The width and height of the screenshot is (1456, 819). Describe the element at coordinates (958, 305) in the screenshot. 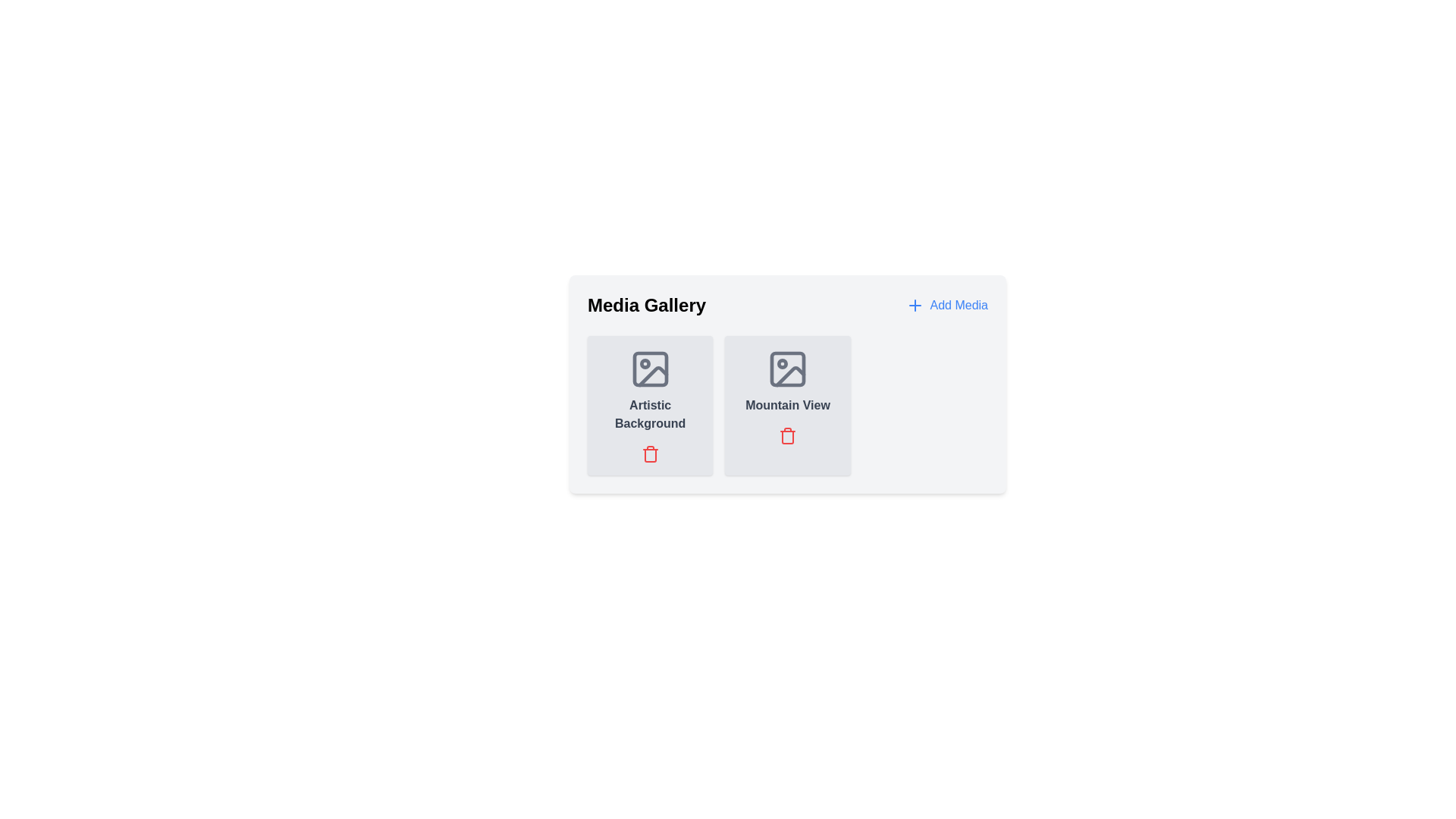

I see `the text link or button adjacent to the '+' icon` at that location.